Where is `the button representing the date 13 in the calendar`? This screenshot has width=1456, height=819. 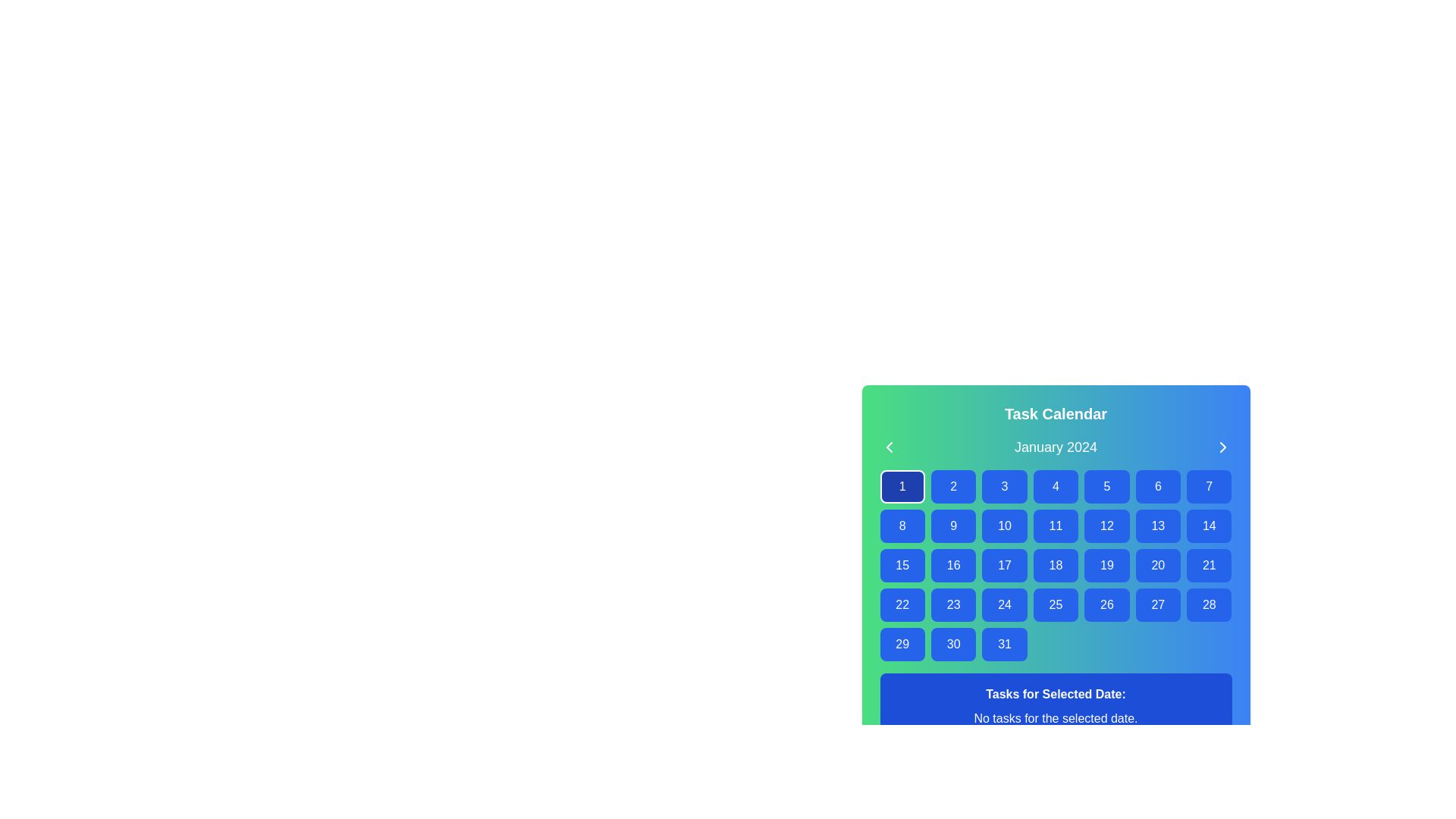
the button representing the date 13 in the calendar is located at coordinates (1157, 526).